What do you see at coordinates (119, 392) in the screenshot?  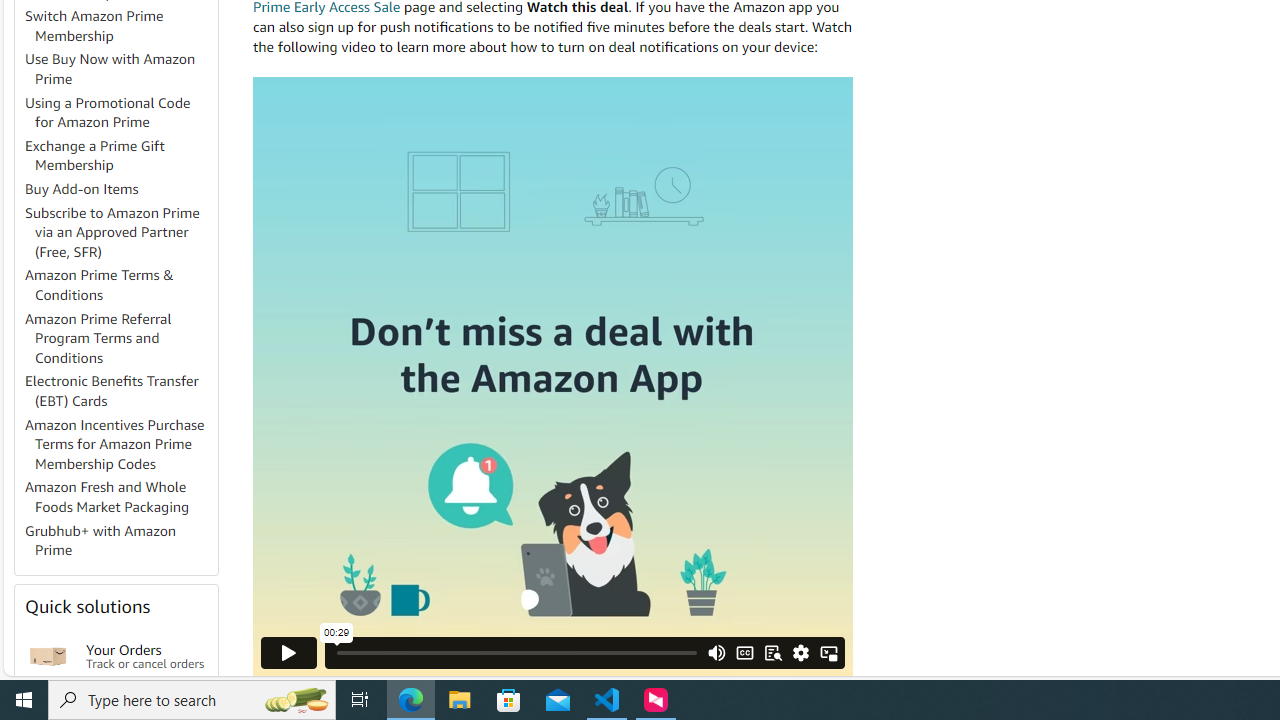 I see `'Electronic Benefits Transfer (EBT) Cards'` at bounding box center [119, 392].